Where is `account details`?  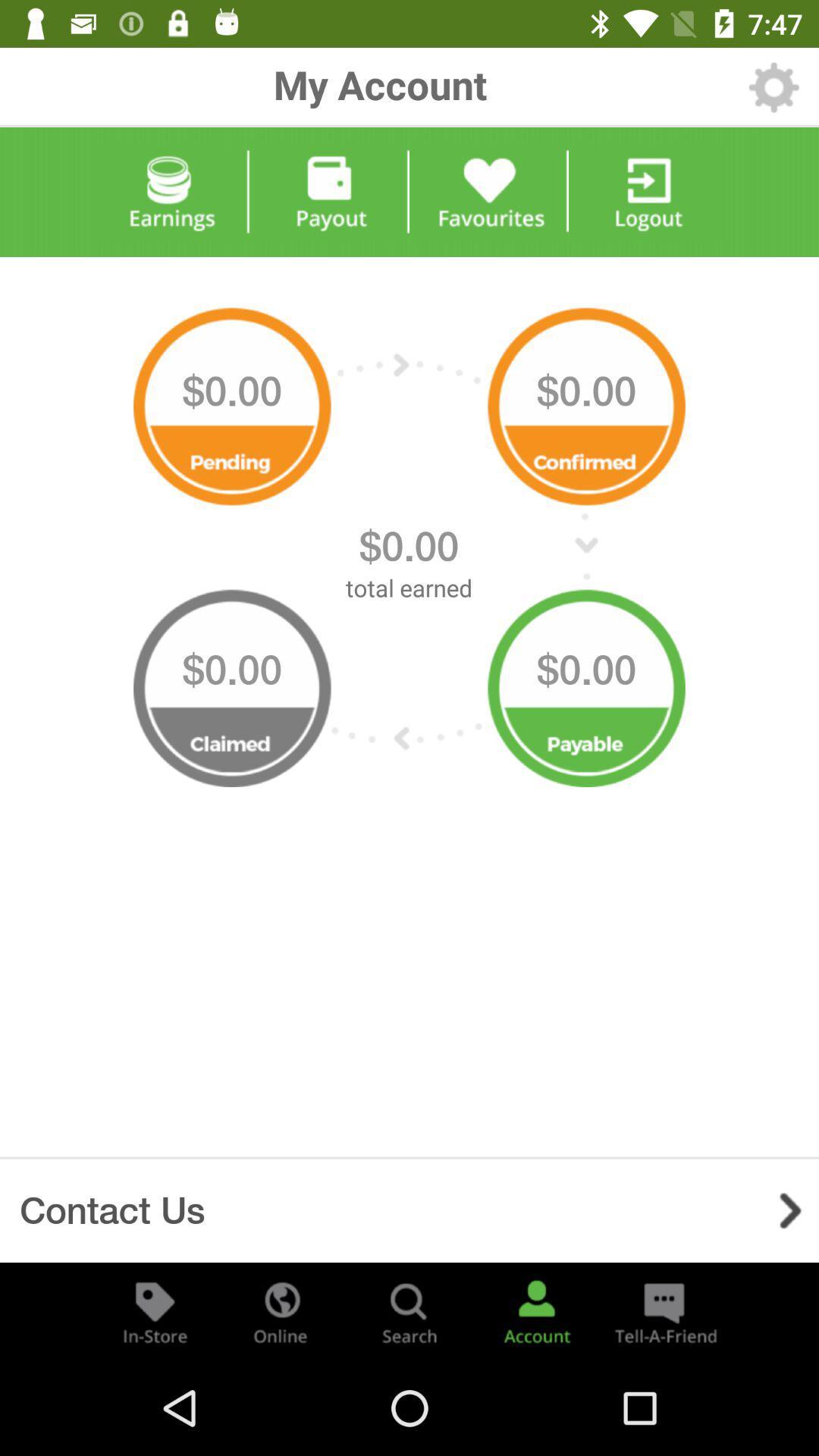 account details is located at coordinates (536, 1310).